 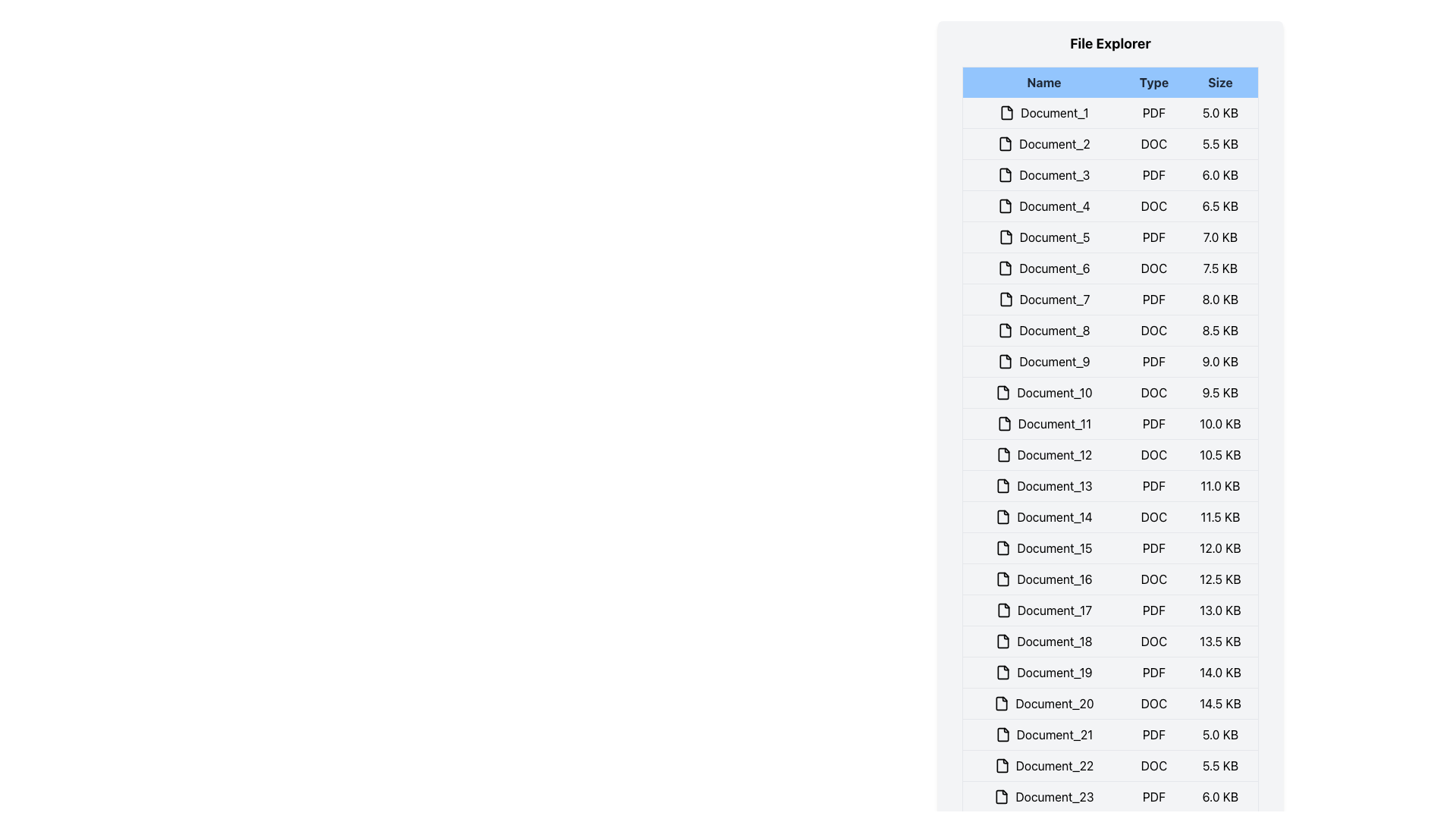 I want to click on the text label indicating the file type (DOC) for the associated file in the file explorer, located in the table row for 'Document_22', so click(x=1153, y=766).